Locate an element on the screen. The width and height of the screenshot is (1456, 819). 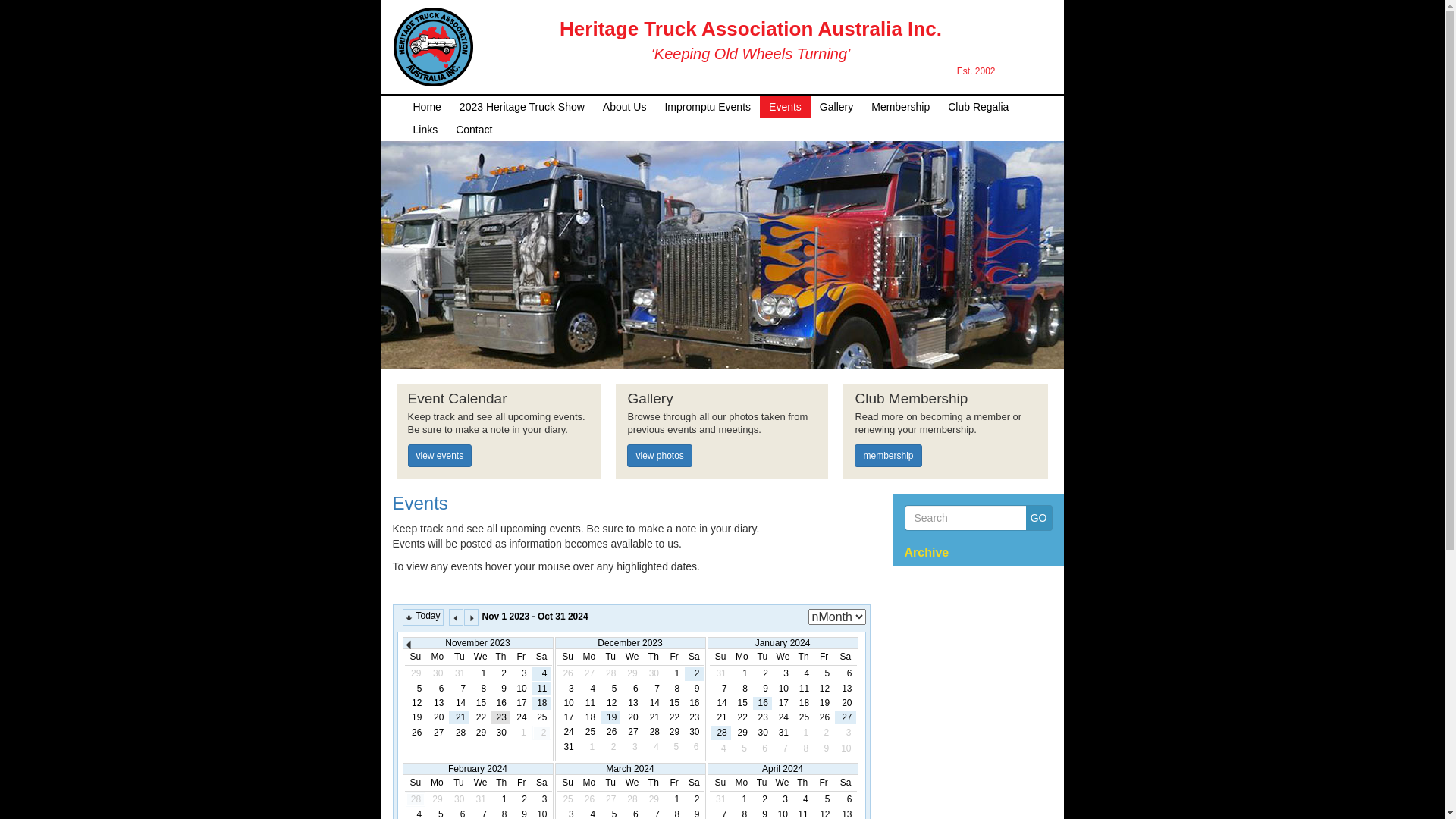
'Next' is located at coordinates (470, 617).